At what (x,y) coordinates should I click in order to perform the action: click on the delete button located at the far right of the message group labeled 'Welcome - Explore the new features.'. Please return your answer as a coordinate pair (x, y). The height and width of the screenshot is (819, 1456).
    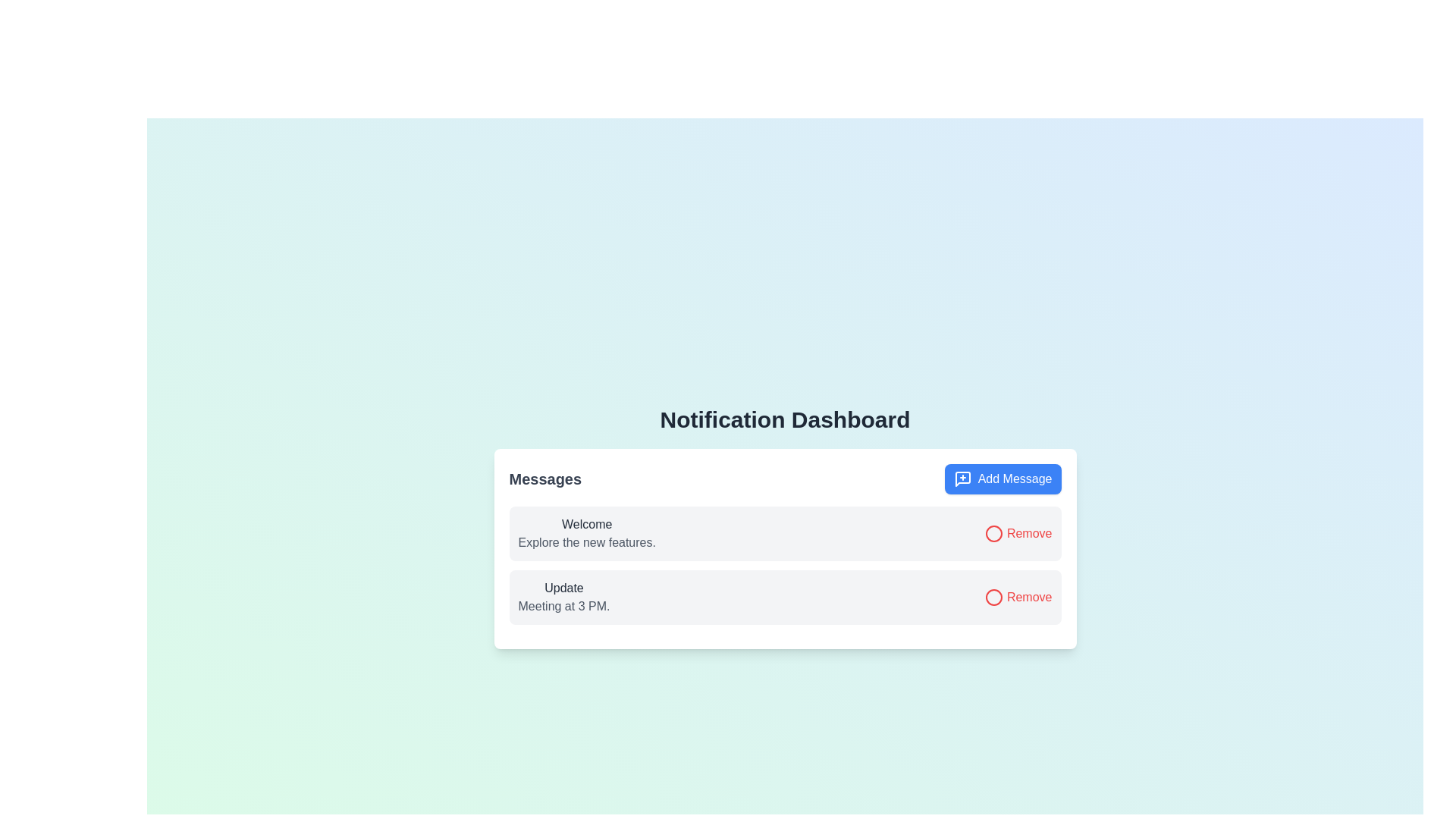
    Looking at the image, I should click on (1018, 532).